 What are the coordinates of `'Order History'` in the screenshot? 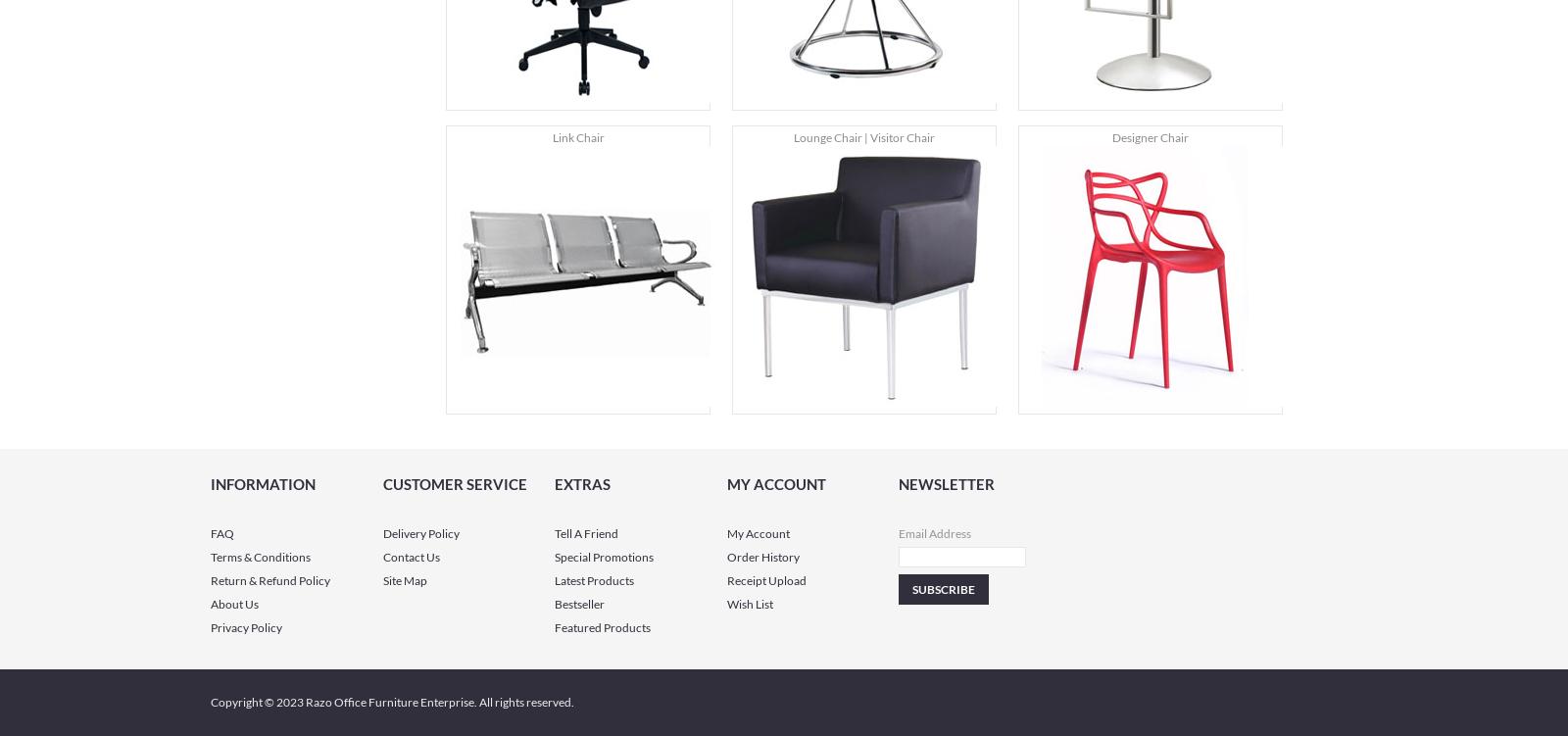 It's located at (762, 556).